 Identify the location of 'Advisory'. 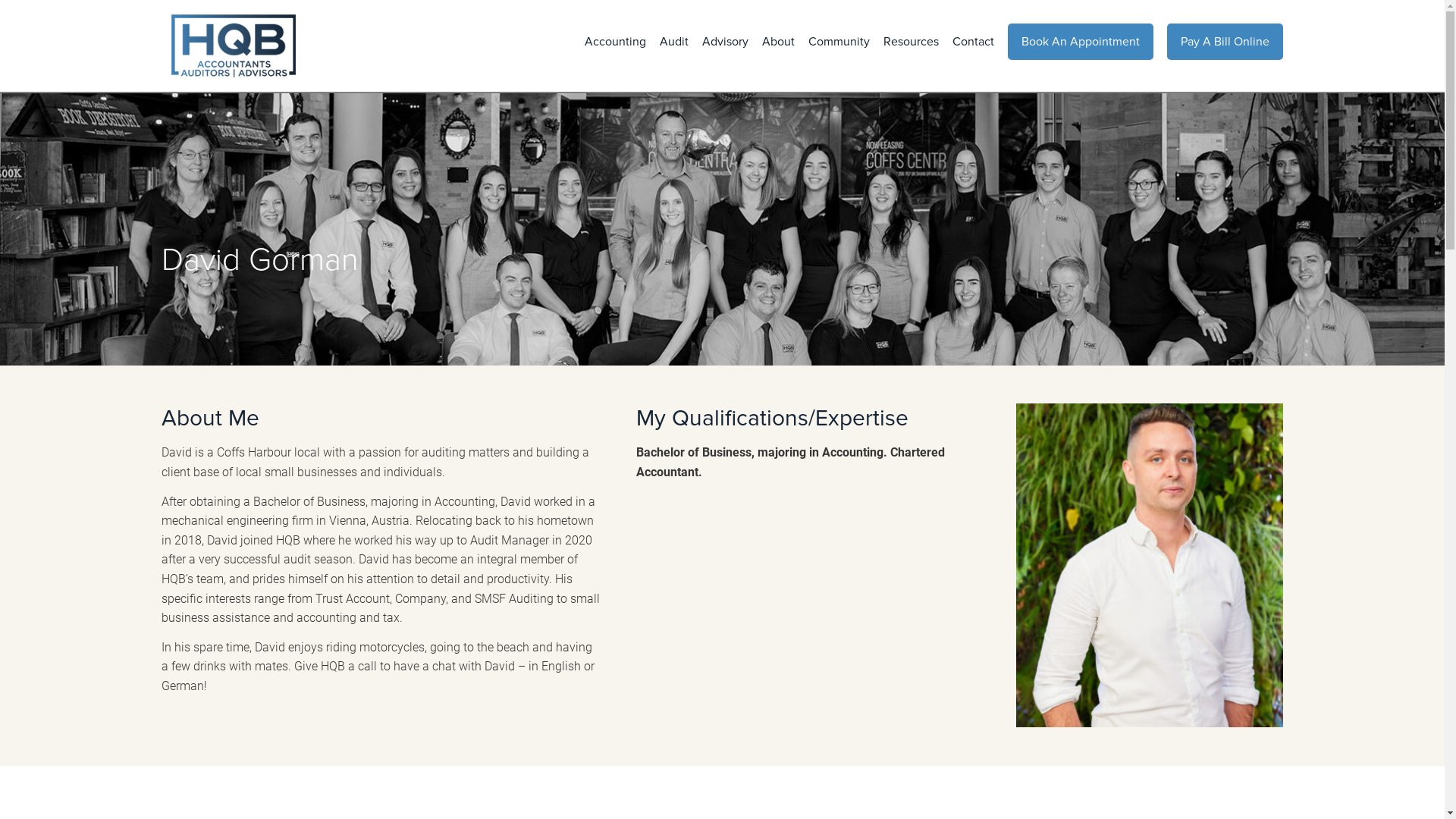
(687, 40).